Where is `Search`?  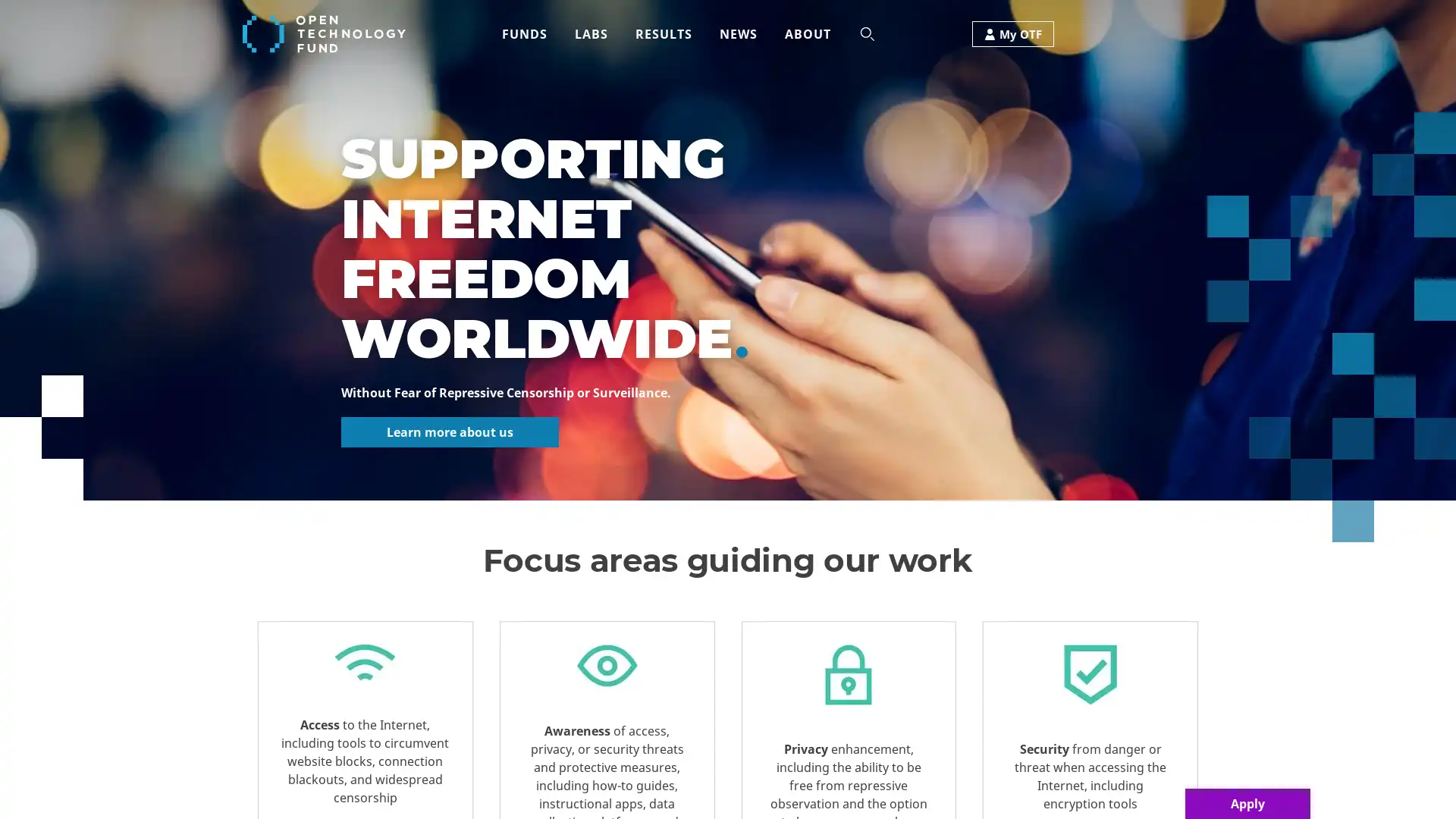 Search is located at coordinates (640, 89).